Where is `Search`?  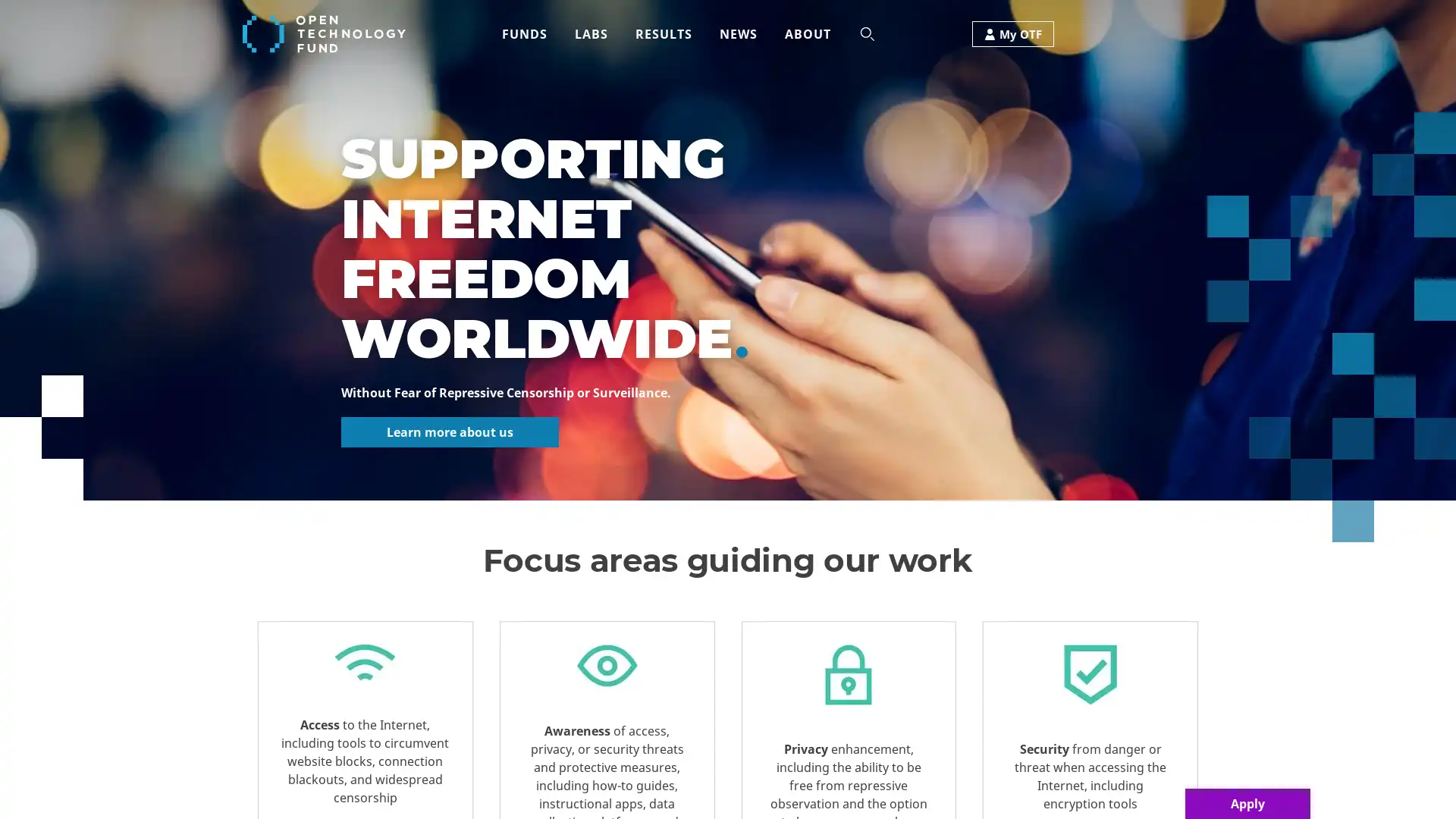 Search is located at coordinates (640, 89).